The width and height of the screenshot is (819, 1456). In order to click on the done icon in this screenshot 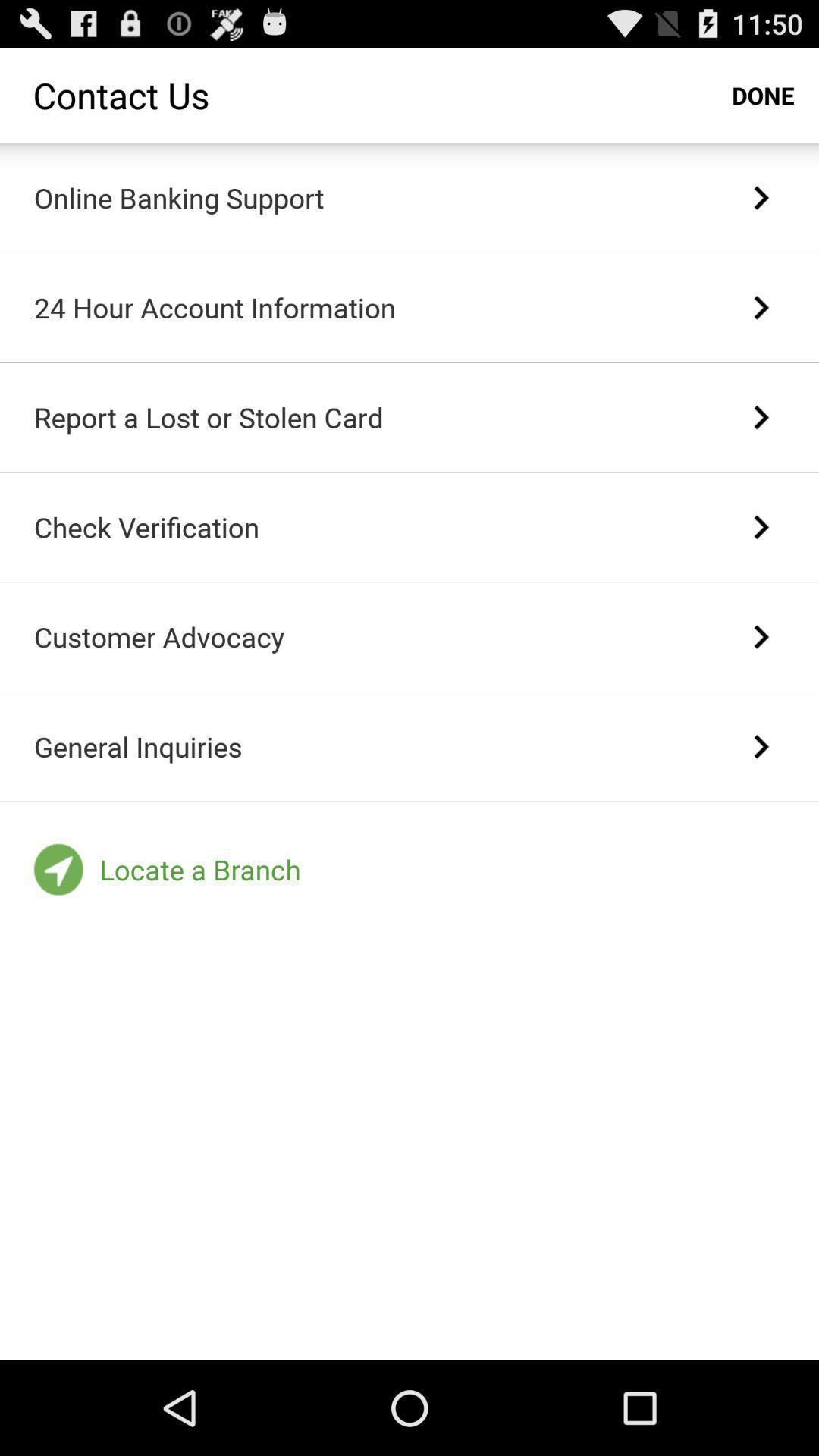, I will do `click(763, 94)`.